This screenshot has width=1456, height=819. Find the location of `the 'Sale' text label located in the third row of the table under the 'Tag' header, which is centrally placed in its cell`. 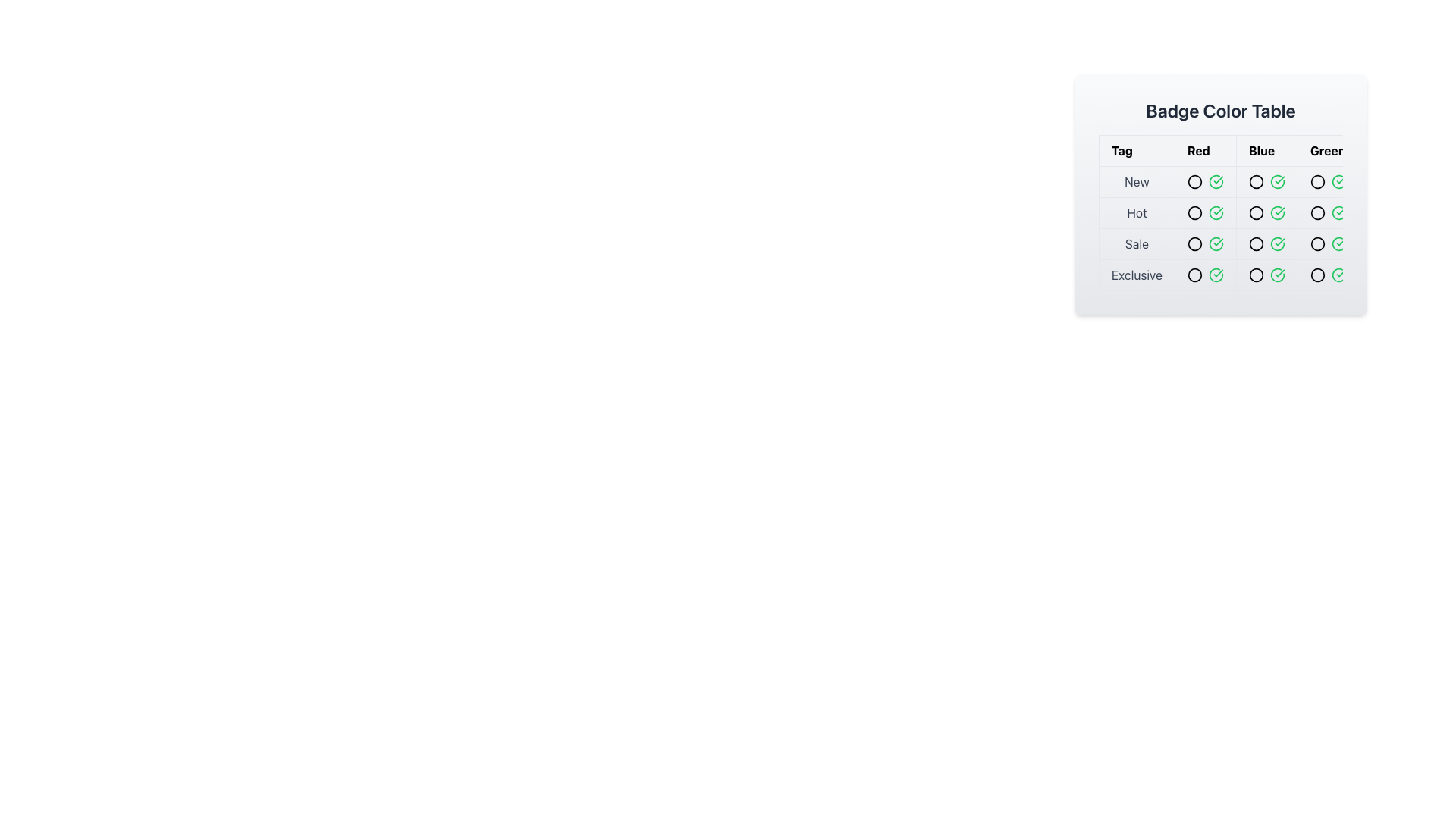

the 'Sale' text label located in the third row of the table under the 'Tag' header, which is centrally placed in its cell is located at coordinates (1137, 243).